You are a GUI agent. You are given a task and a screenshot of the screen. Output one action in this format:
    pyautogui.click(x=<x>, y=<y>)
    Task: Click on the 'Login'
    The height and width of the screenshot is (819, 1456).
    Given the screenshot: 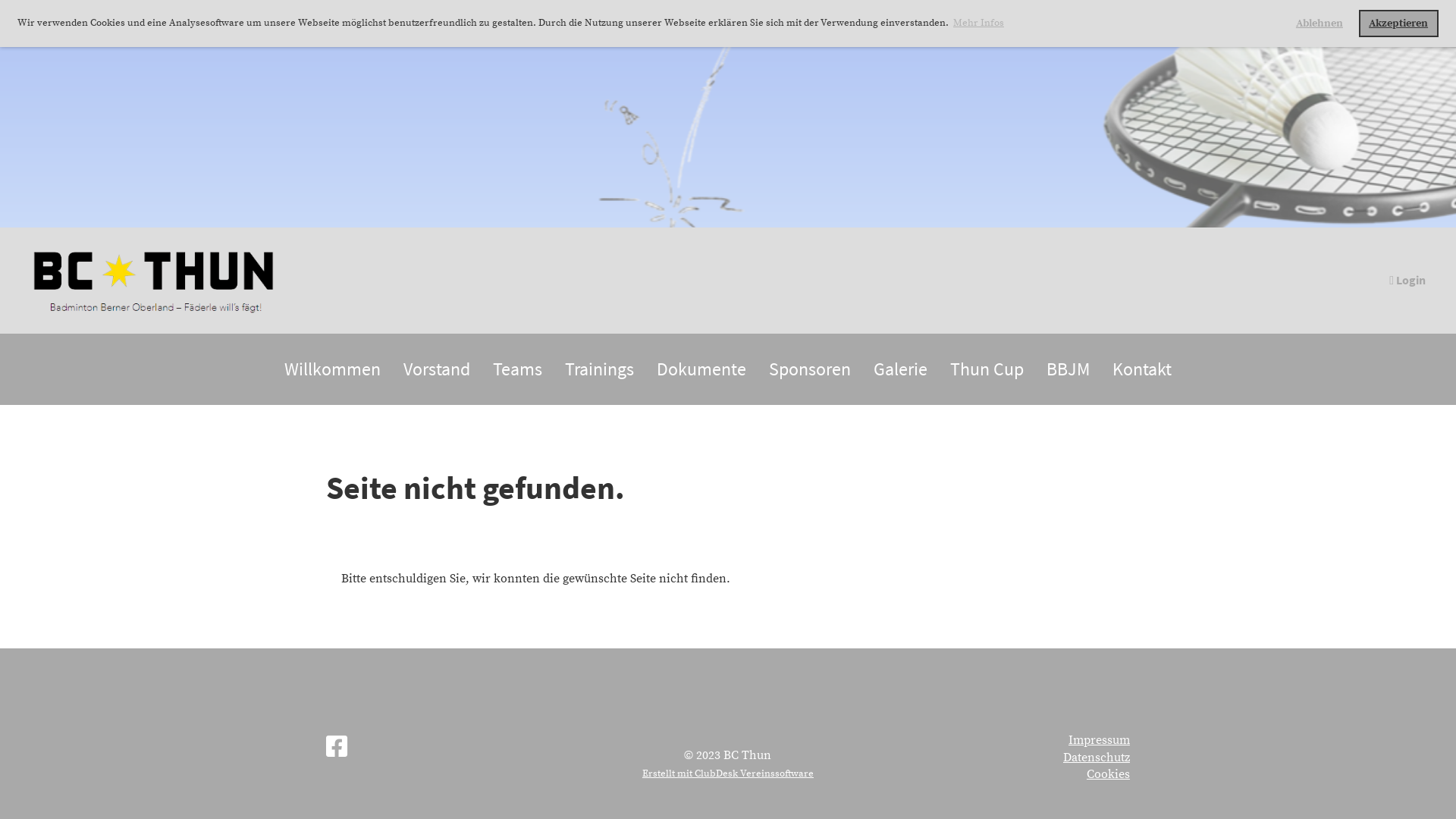 What is the action you would take?
    pyautogui.click(x=1386, y=280)
    